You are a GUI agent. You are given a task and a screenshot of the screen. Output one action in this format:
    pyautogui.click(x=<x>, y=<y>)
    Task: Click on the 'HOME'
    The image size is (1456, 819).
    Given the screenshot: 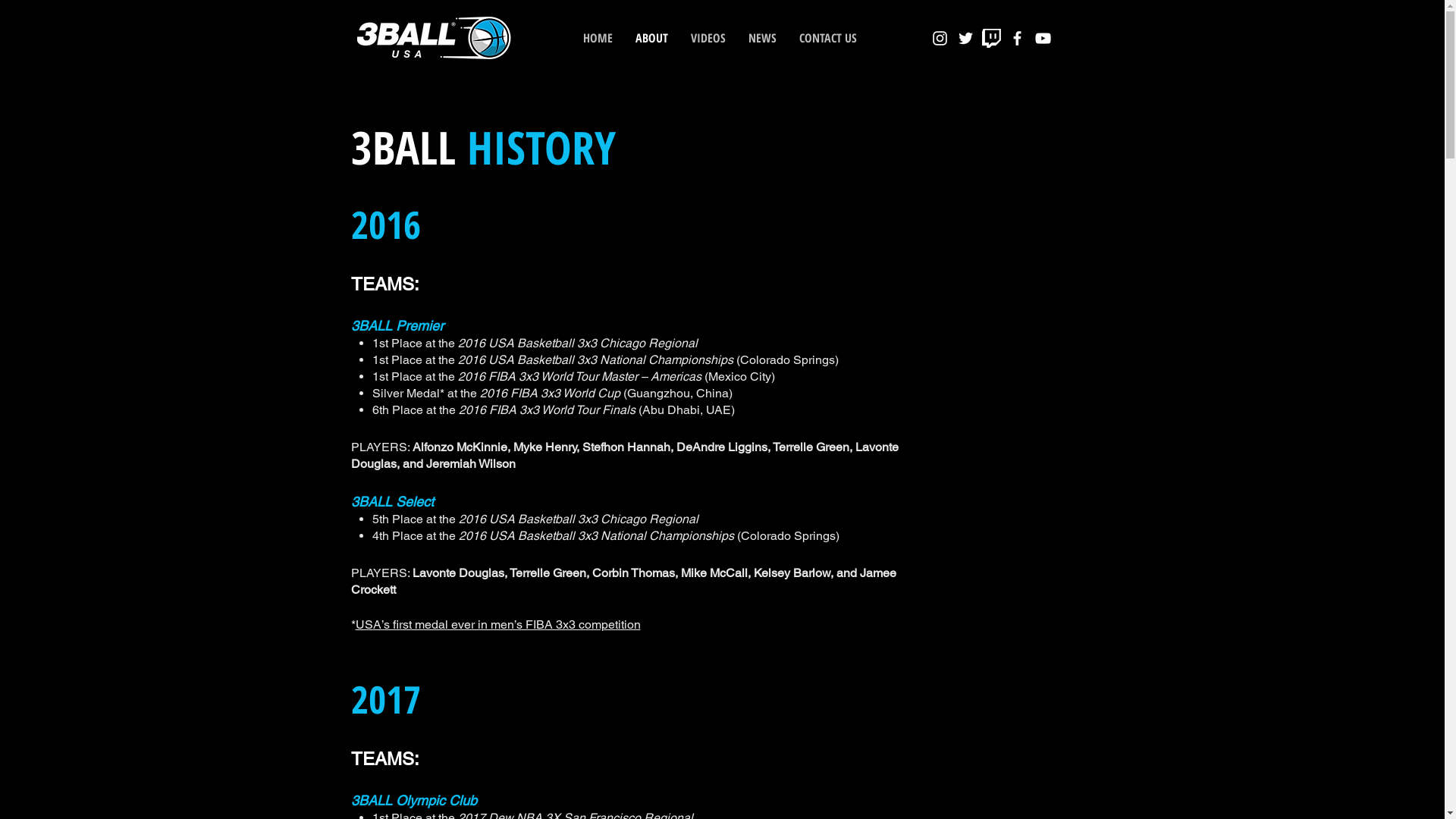 What is the action you would take?
    pyautogui.click(x=570, y=37)
    